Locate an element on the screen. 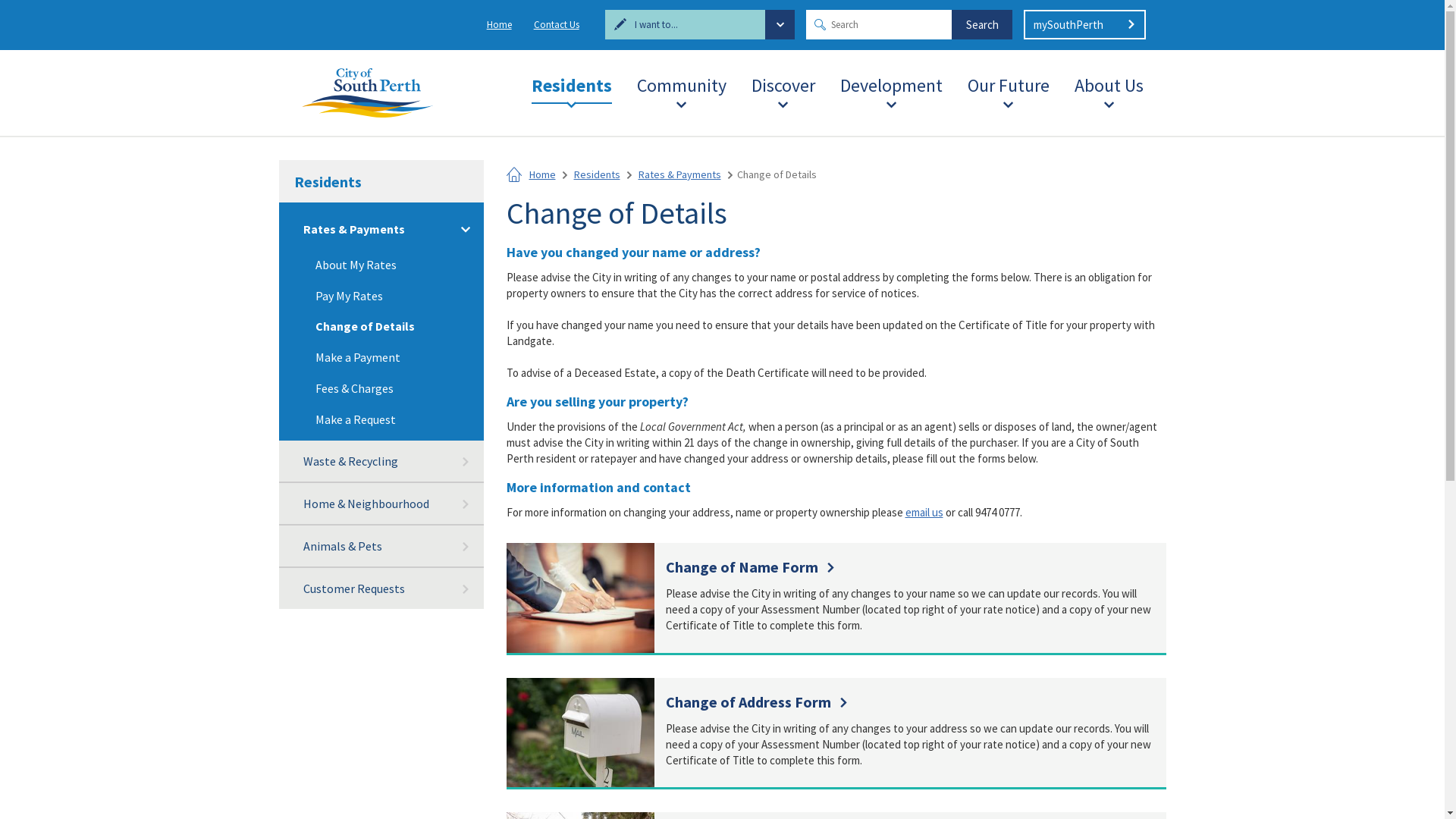  'Fees & Charges' is located at coordinates (381, 387).